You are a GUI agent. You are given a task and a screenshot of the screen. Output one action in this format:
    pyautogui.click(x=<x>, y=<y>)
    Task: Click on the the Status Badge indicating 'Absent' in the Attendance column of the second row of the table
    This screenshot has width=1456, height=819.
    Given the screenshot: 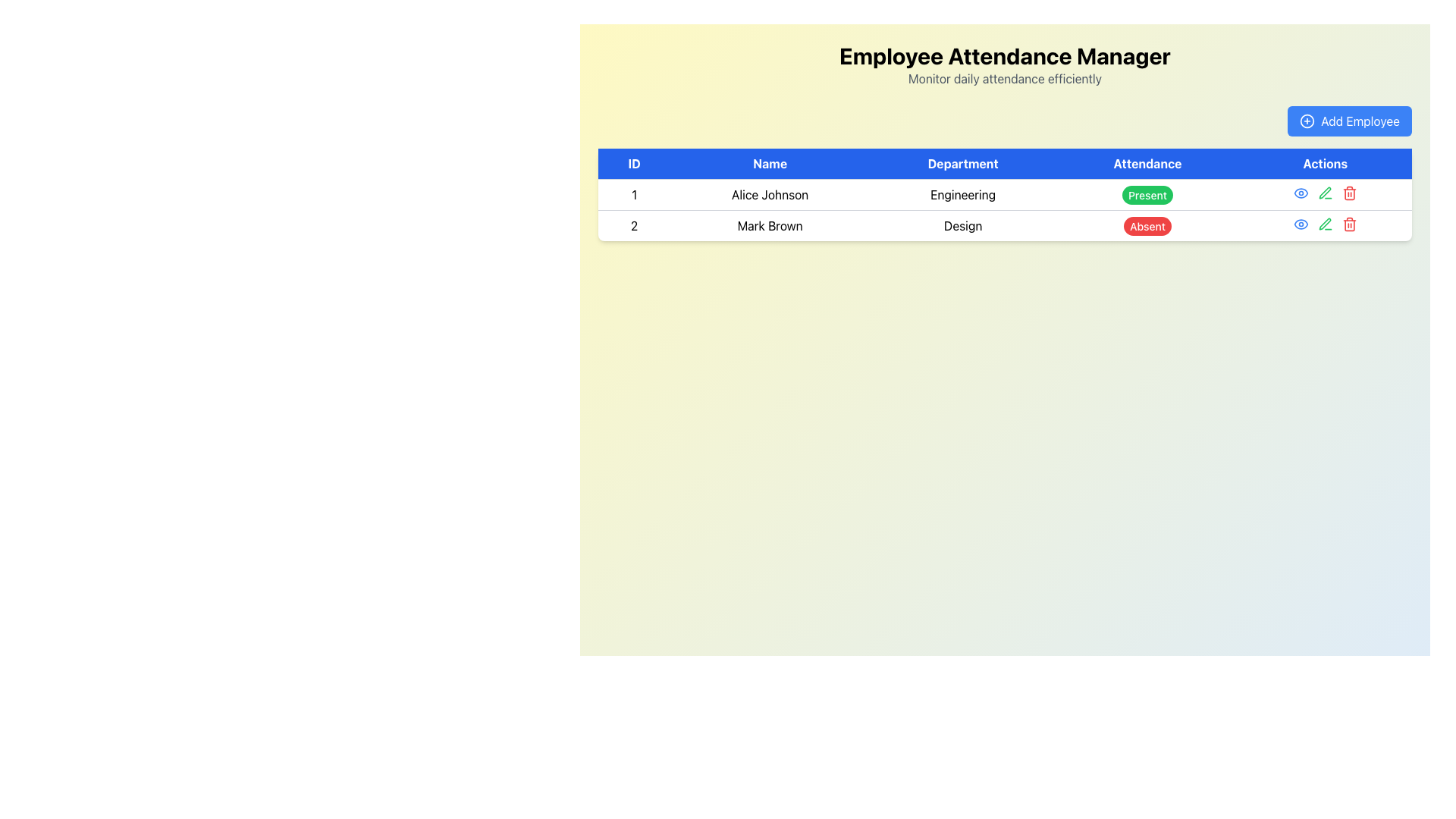 What is the action you would take?
    pyautogui.click(x=1147, y=225)
    